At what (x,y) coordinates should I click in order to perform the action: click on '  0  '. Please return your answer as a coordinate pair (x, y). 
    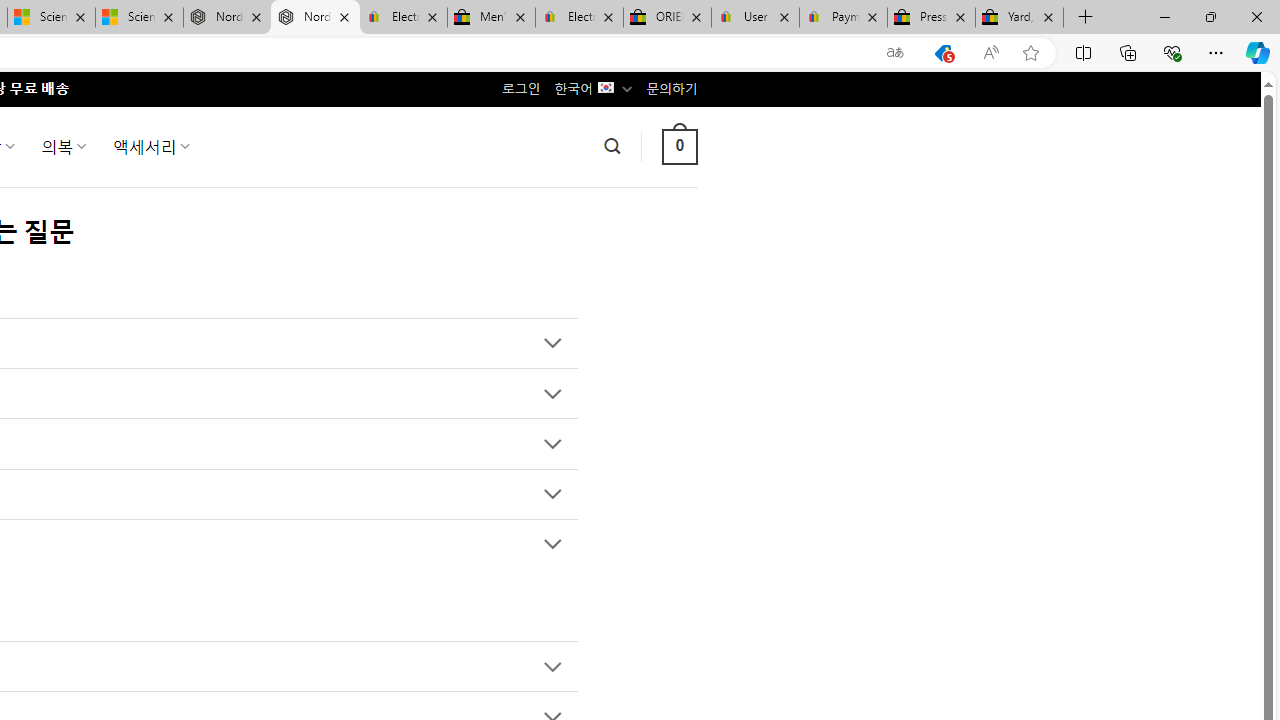
    Looking at the image, I should click on (679, 145).